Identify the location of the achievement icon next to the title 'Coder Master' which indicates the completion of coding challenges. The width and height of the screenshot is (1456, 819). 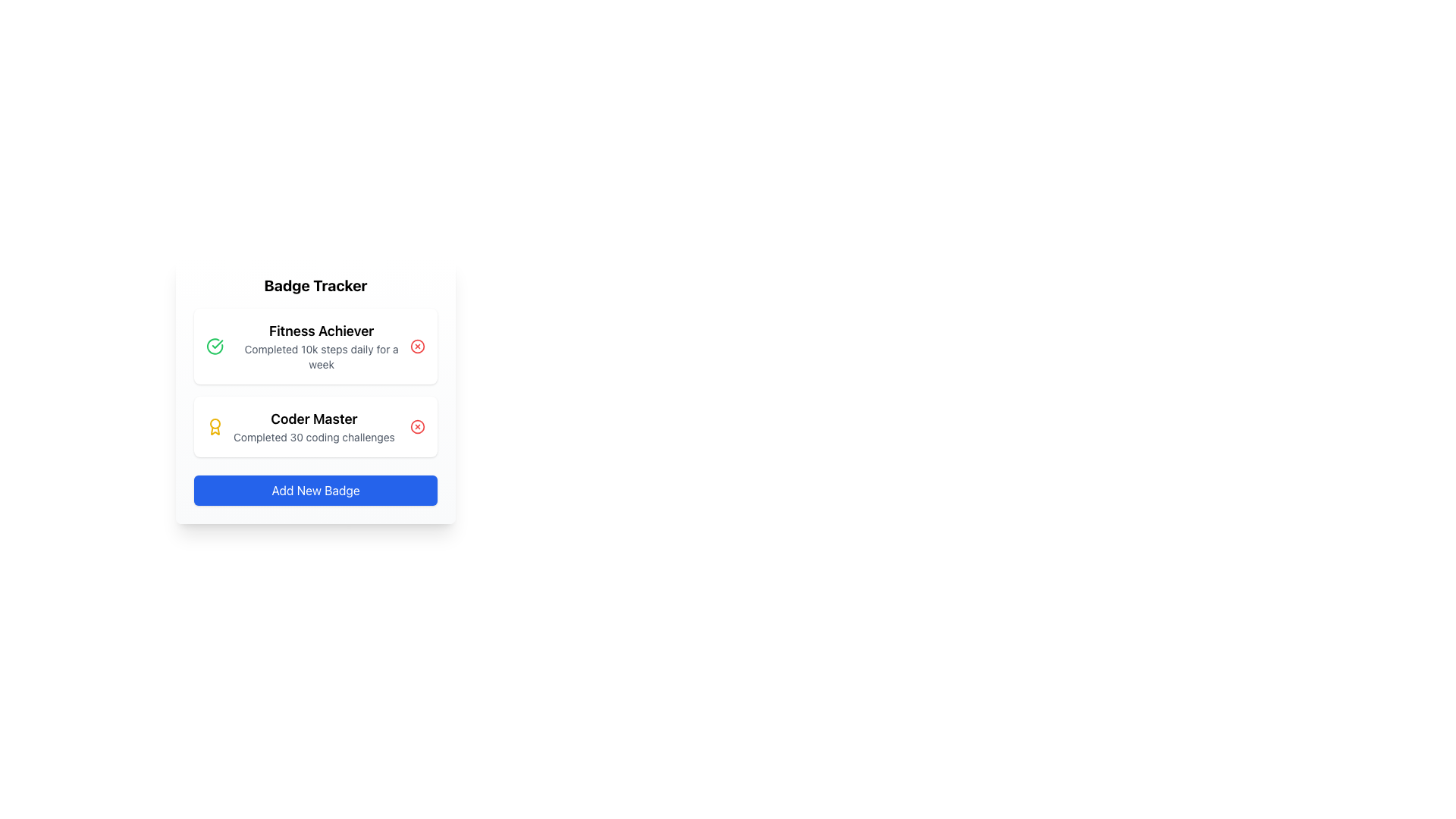
(214, 427).